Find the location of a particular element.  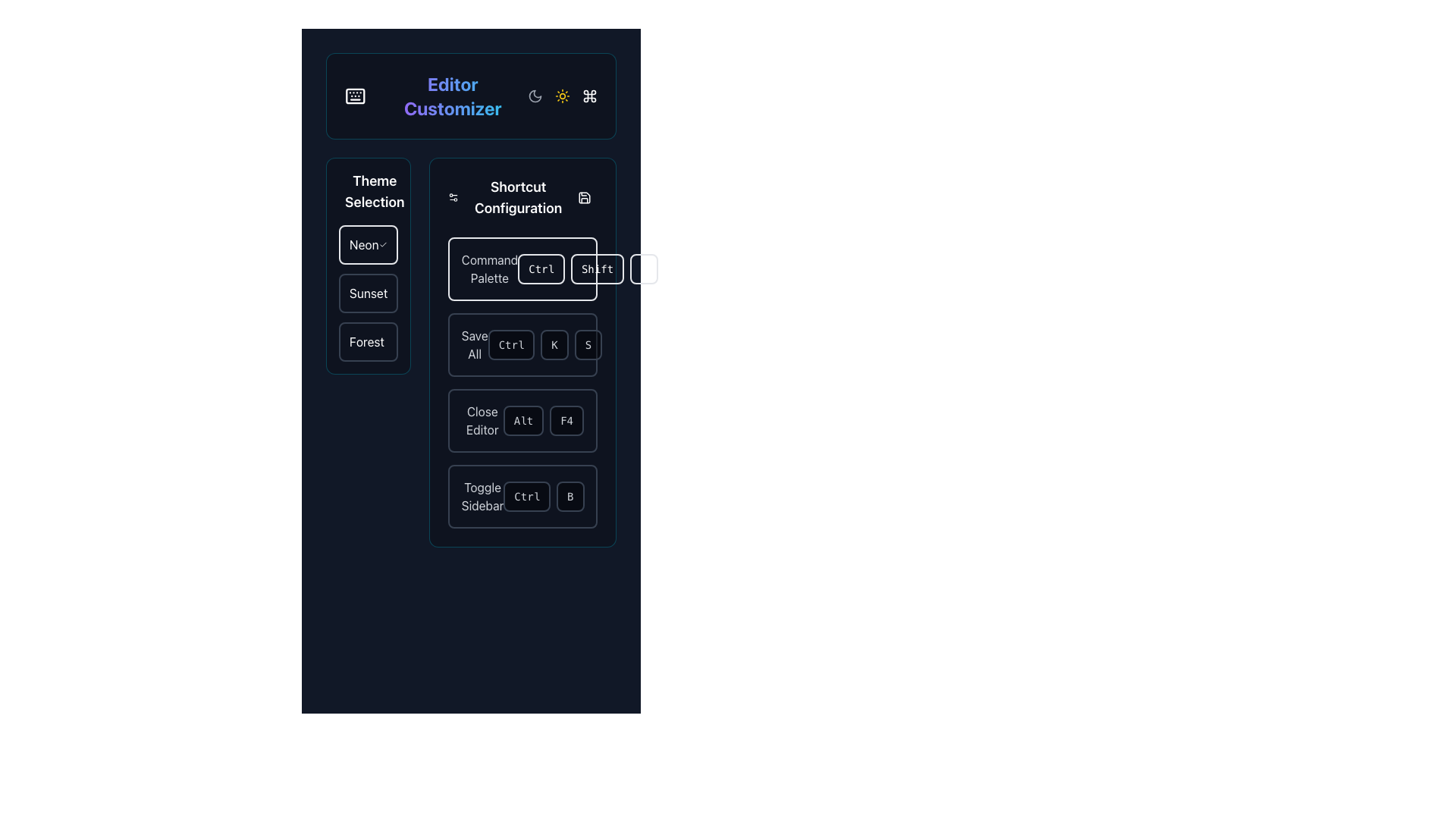

the 'Neon' button, which is a rectangular button with rounded corners, featuring the text 'Neon' and a cyan border, located above the 'Sunset' and 'Forest' buttons in the left panel is located at coordinates (368, 244).